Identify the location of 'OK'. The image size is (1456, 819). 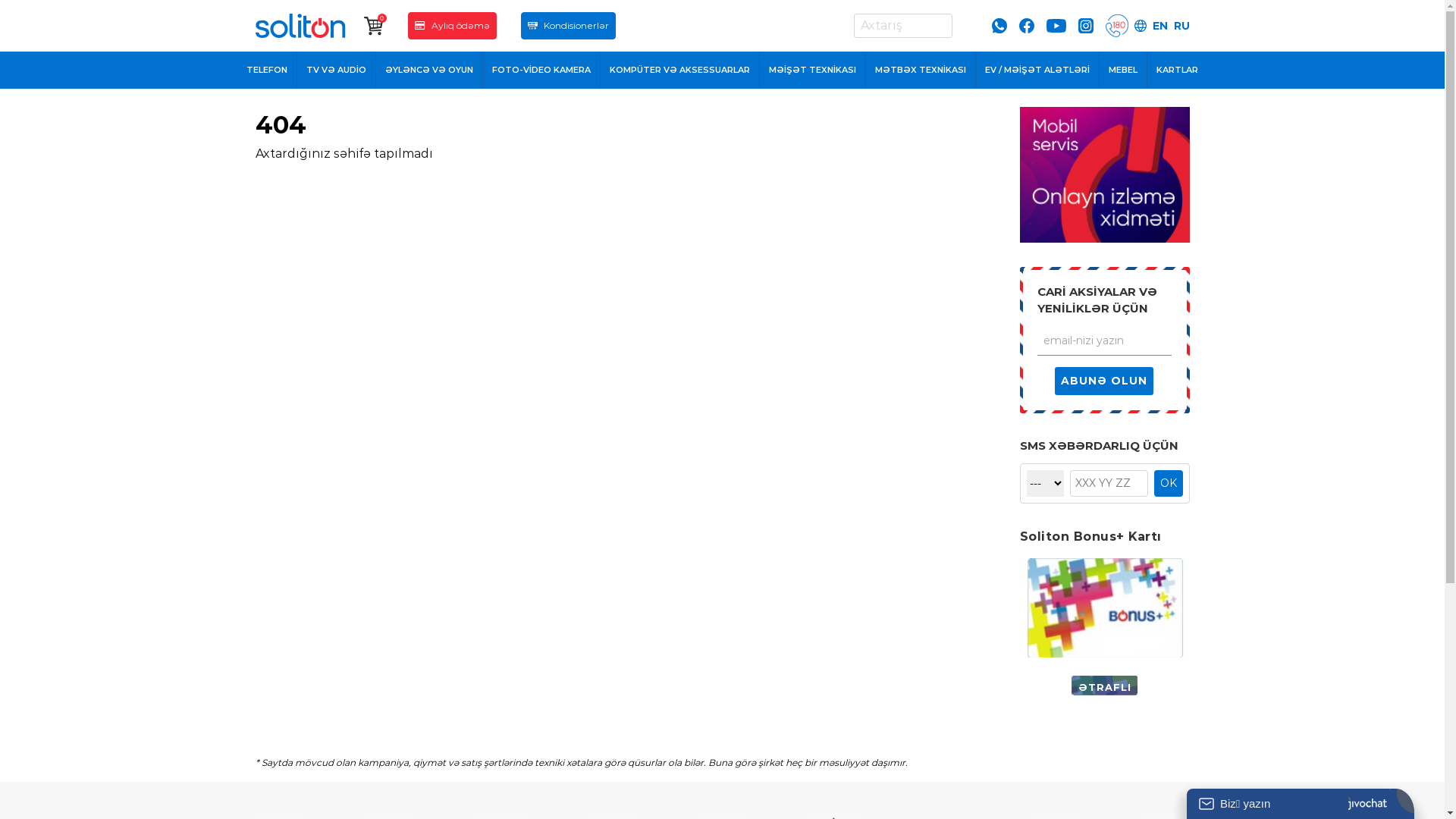
(1167, 483).